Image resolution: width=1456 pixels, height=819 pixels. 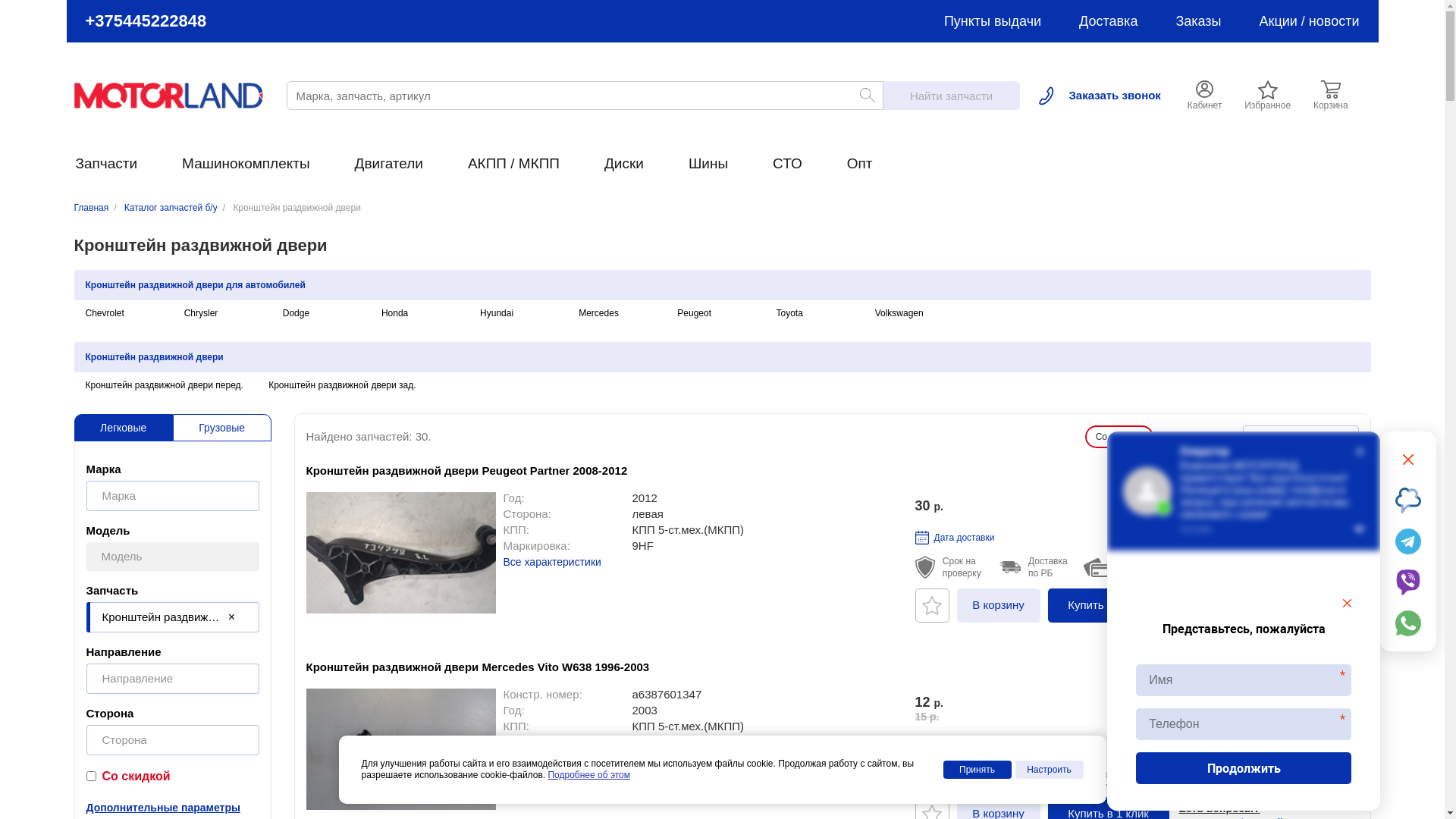 What do you see at coordinates (200, 312) in the screenshot?
I see `'Chrysler'` at bounding box center [200, 312].